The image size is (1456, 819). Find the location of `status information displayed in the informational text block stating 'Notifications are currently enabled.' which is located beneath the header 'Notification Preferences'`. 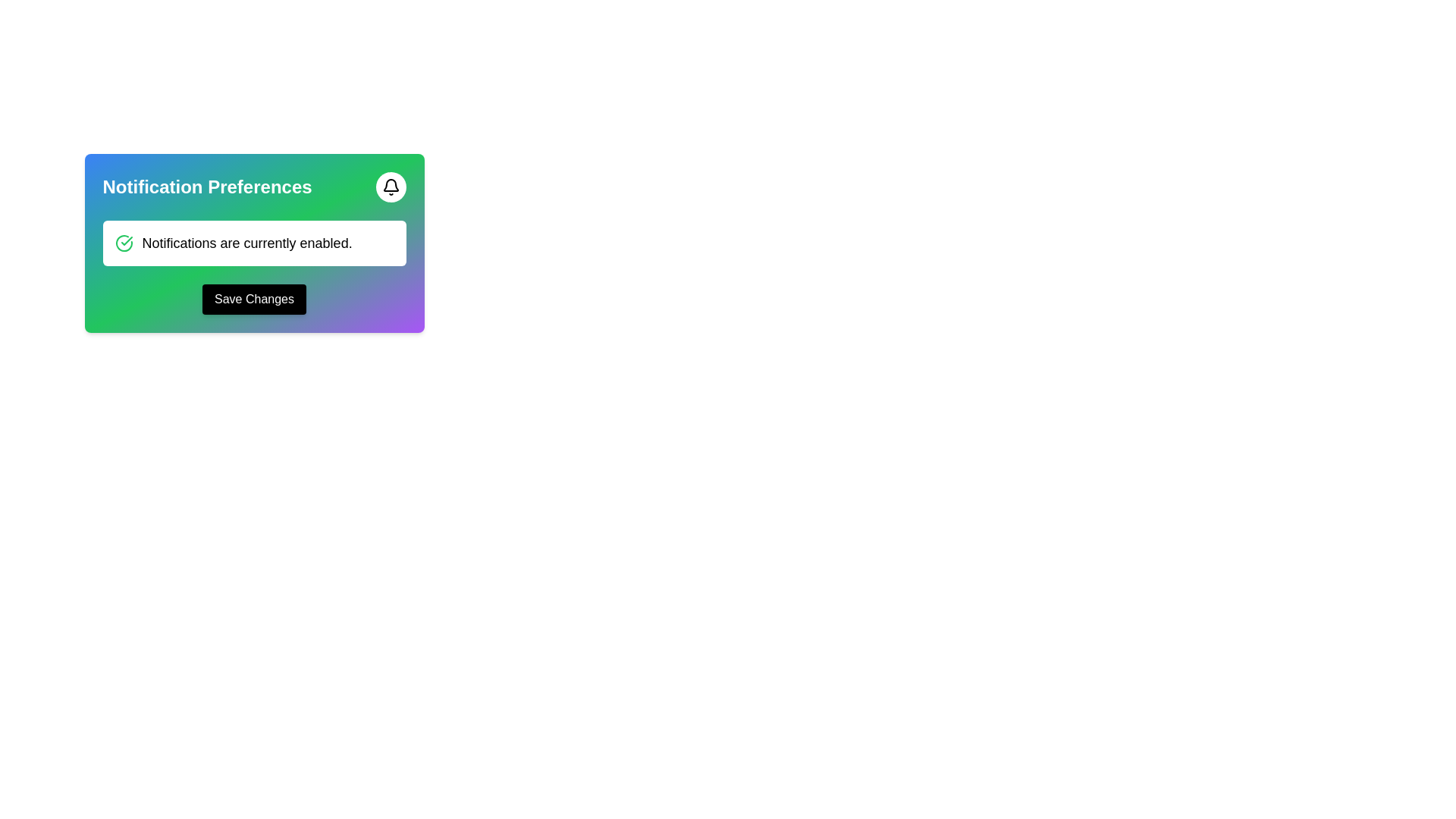

status information displayed in the informational text block stating 'Notifications are currently enabled.' which is located beneath the header 'Notification Preferences' is located at coordinates (254, 242).